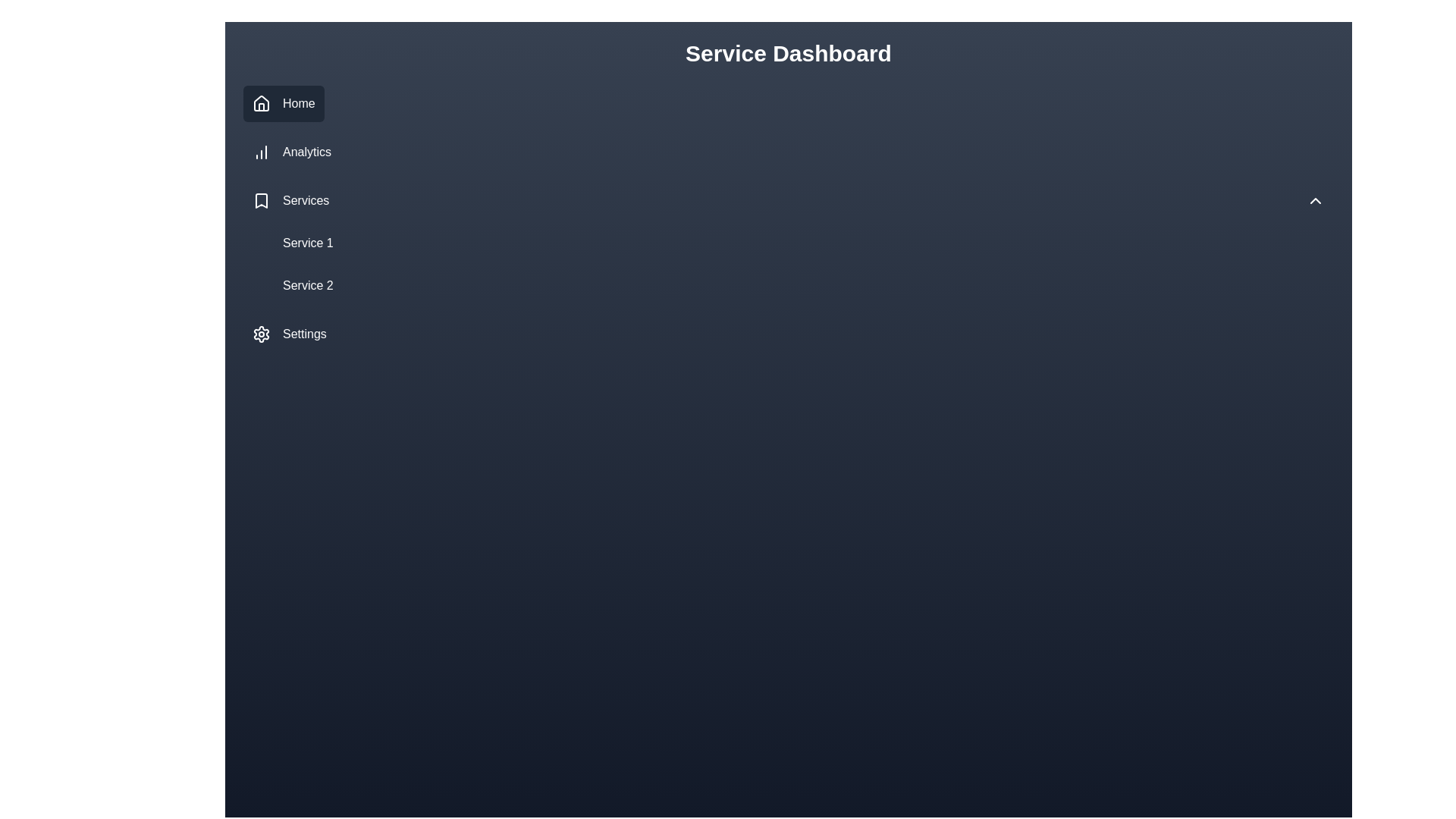  What do you see at coordinates (262, 103) in the screenshot?
I see `the 'Home' navigation icon located on the left sidebar, adjacent to the text 'Home' and above the 'Analytics' menu item` at bounding box center [262, 103].